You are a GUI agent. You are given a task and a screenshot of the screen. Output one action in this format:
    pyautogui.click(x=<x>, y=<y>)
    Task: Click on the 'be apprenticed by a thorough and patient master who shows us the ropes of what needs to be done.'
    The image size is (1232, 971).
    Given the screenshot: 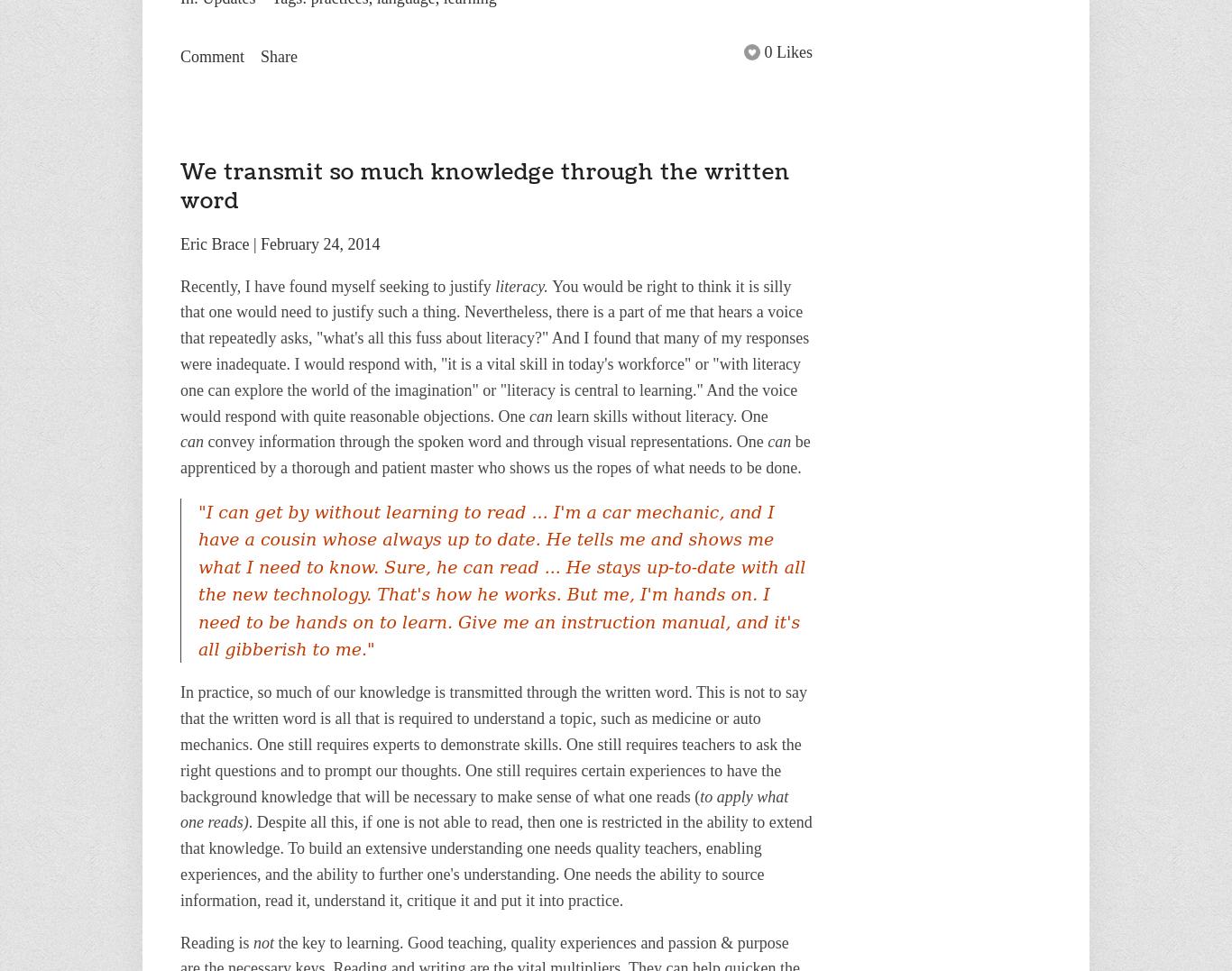 What is the action you would take?
    pyautogui.click(x=494, y=453)
    